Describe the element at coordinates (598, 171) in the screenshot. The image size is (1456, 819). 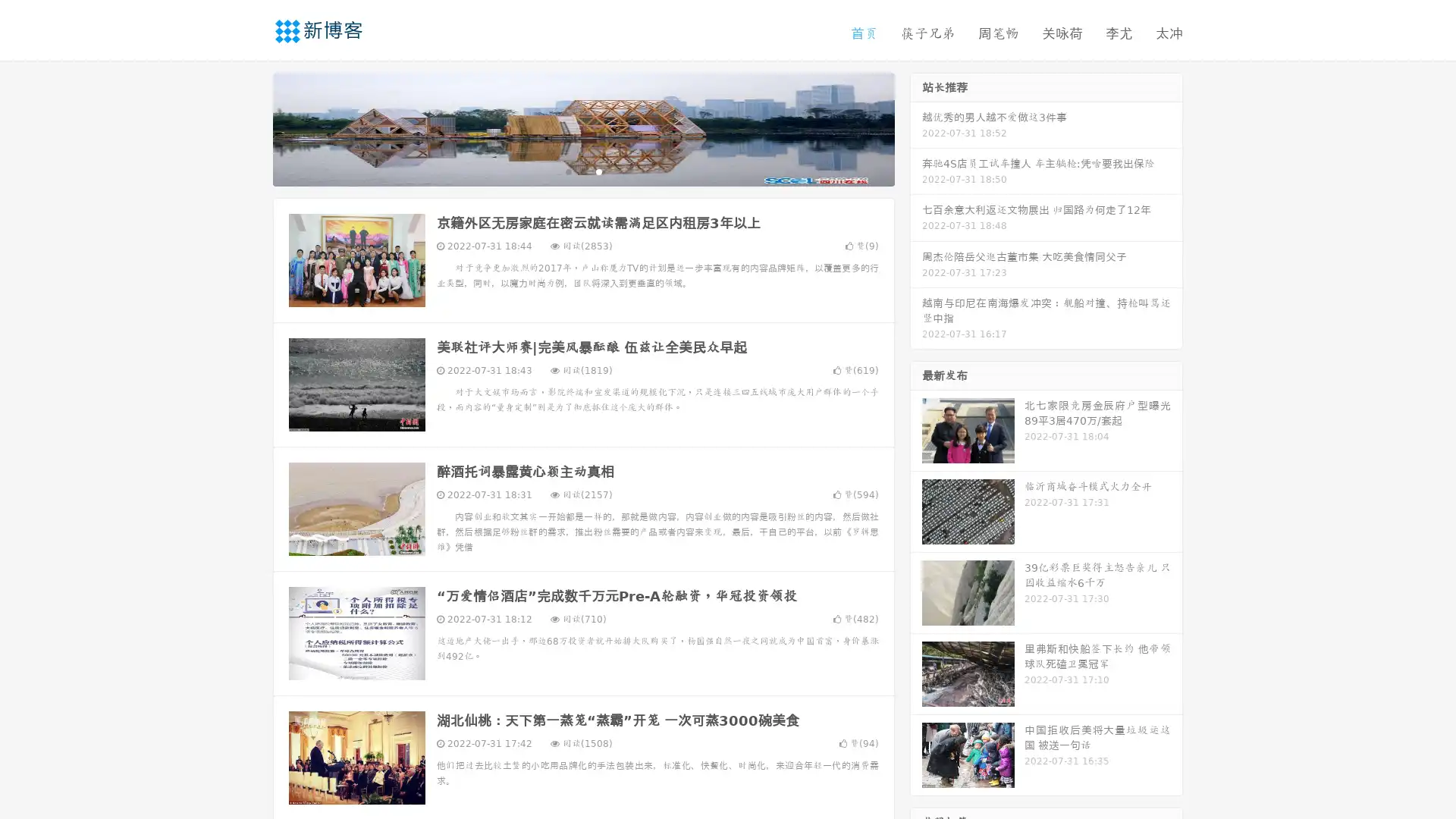
I see `Go to slide 3` at that location.